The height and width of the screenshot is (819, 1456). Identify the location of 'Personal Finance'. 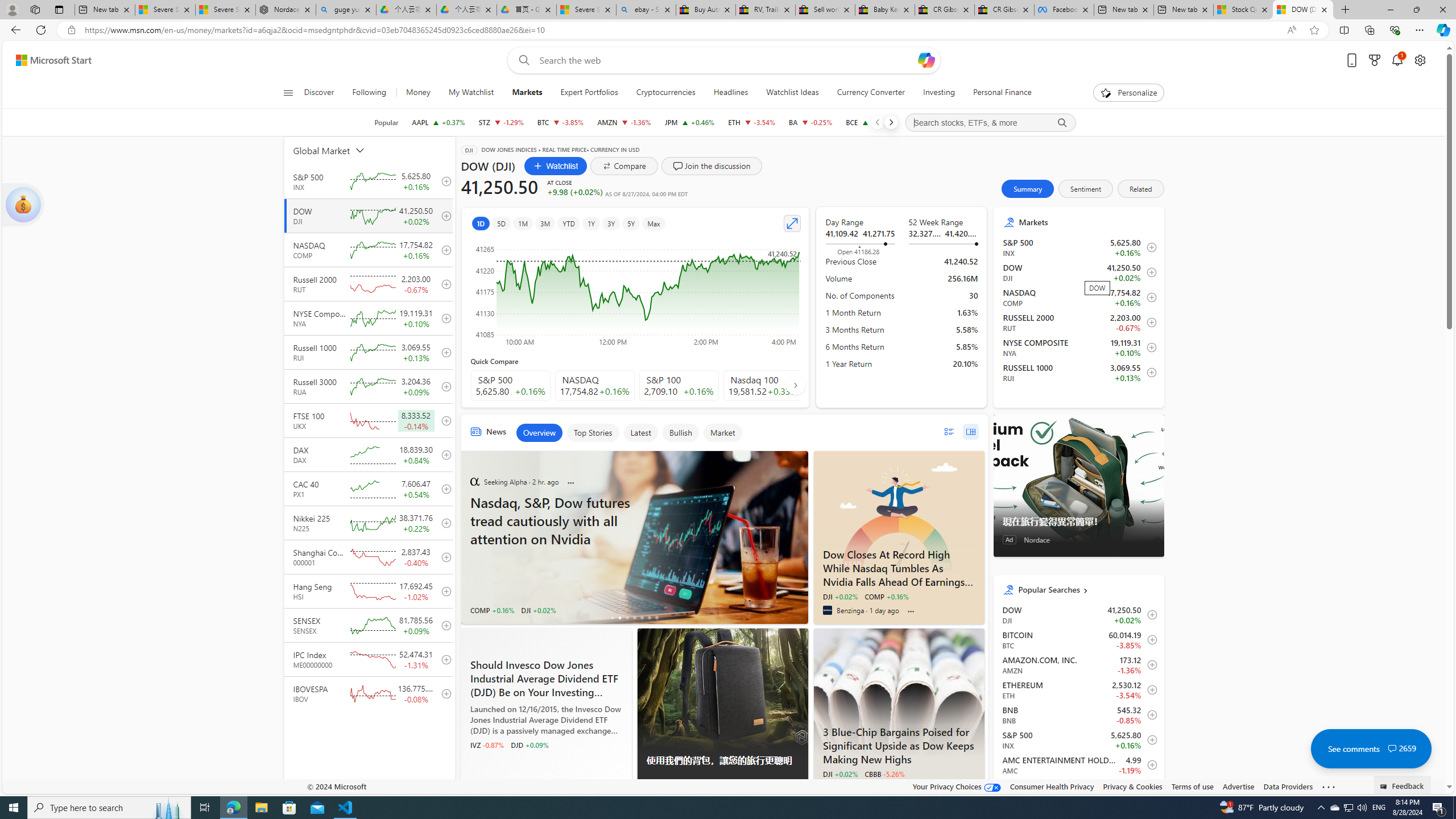
(997, 92).